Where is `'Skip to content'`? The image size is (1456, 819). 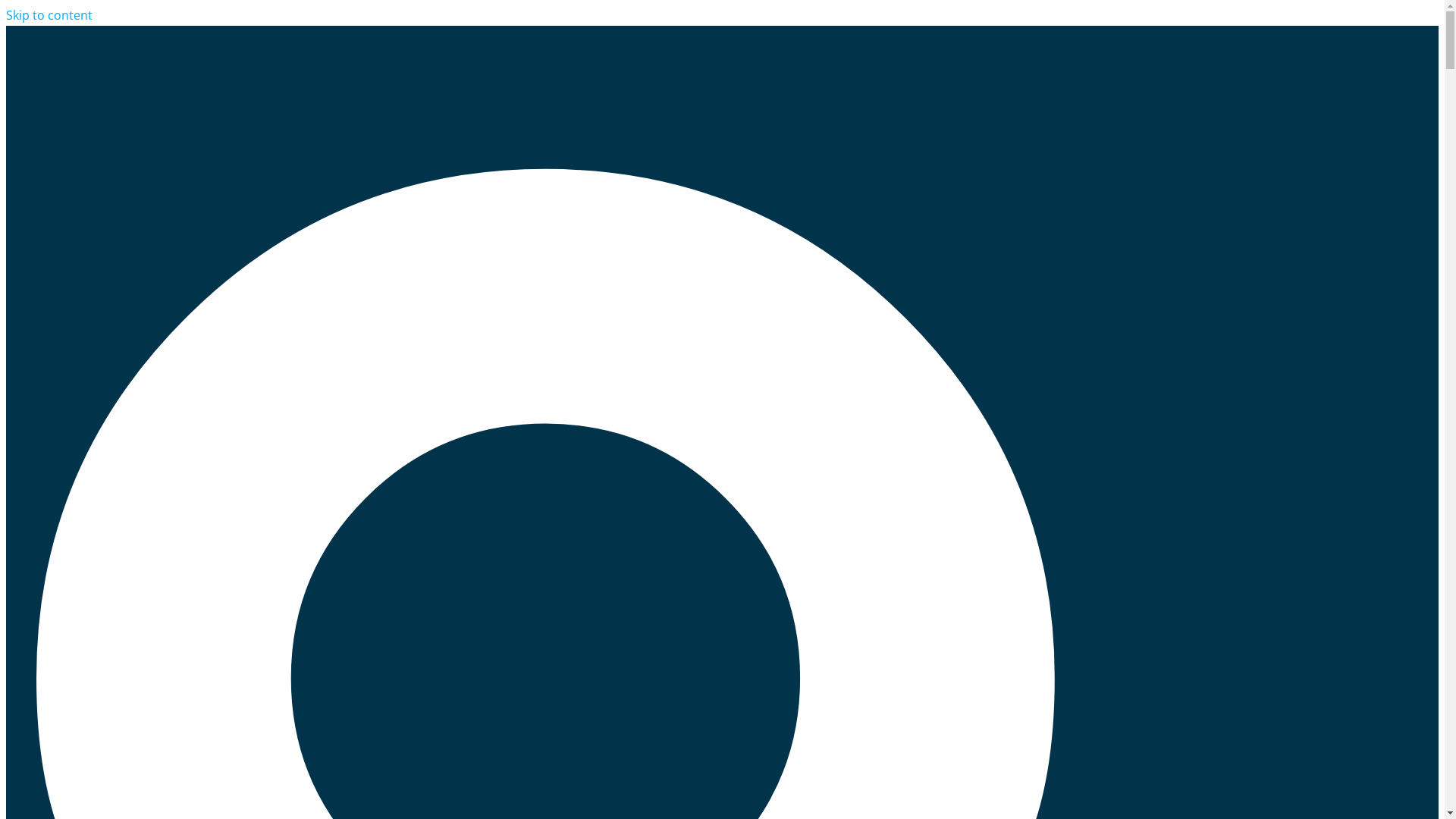 'Skip to content' is located at coordinates (49, 14).